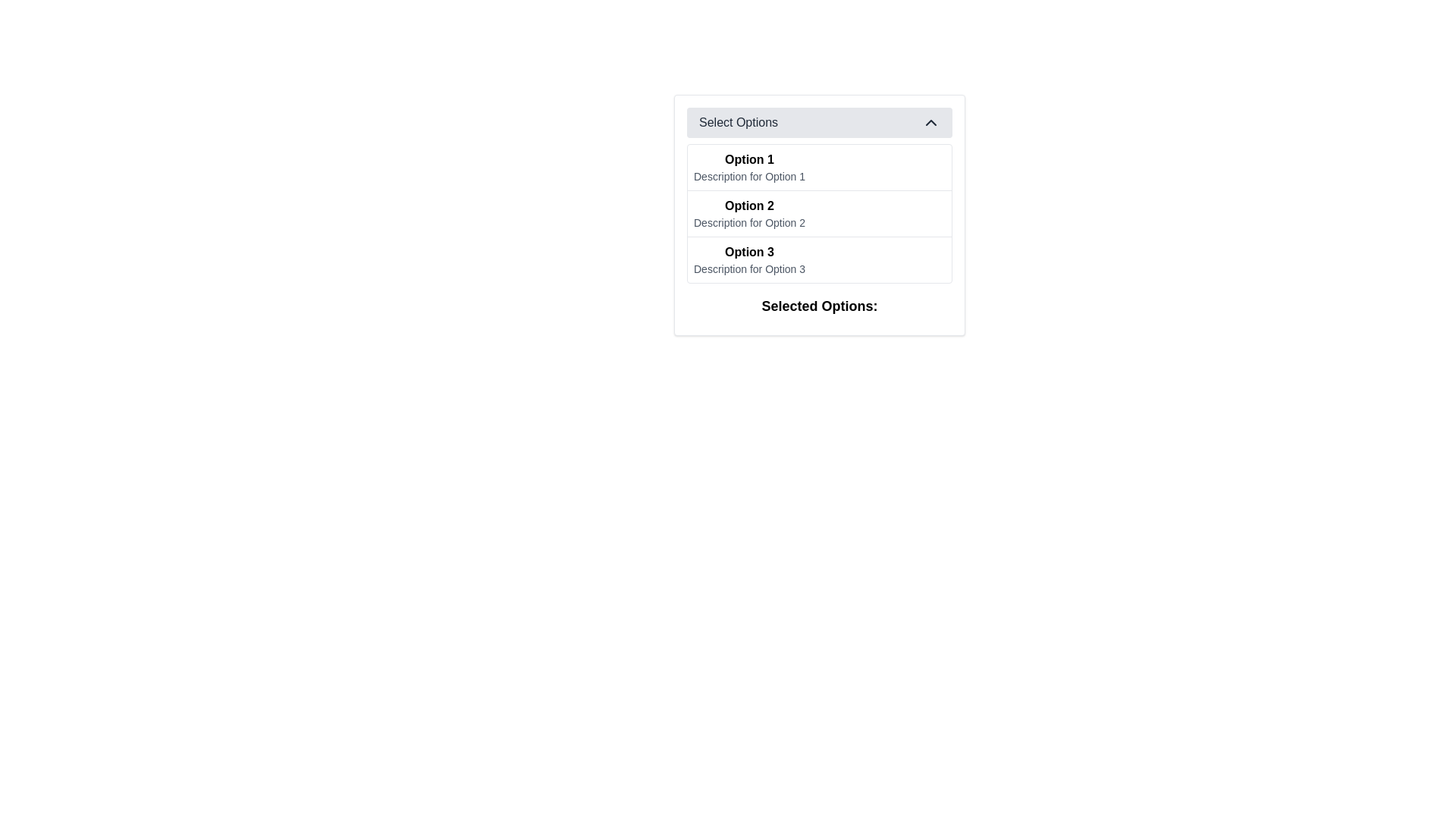 This screenshot has height=819, width=1456. Describe the element at coordinates (818, 259) in the screenshot. I see `the selectable list item labeled 'Option 3' which is the third item in a vertically stacked list of options` at that location.